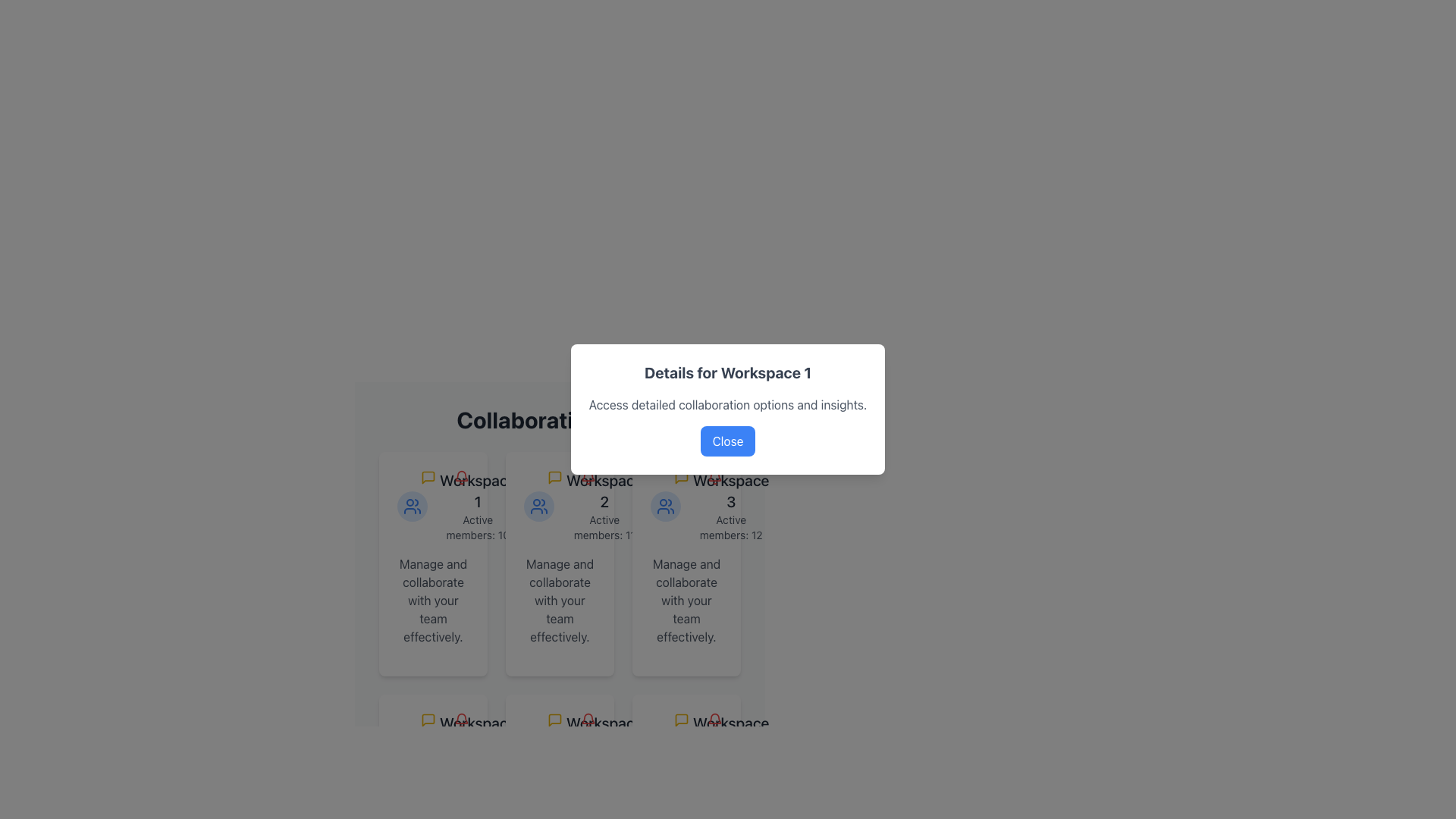 This screenshot has width=1456, height=819. I want to click on the header text that indicates collaboration and related options, which is located at the top of the section containing workspace cards, so click(559, 420).